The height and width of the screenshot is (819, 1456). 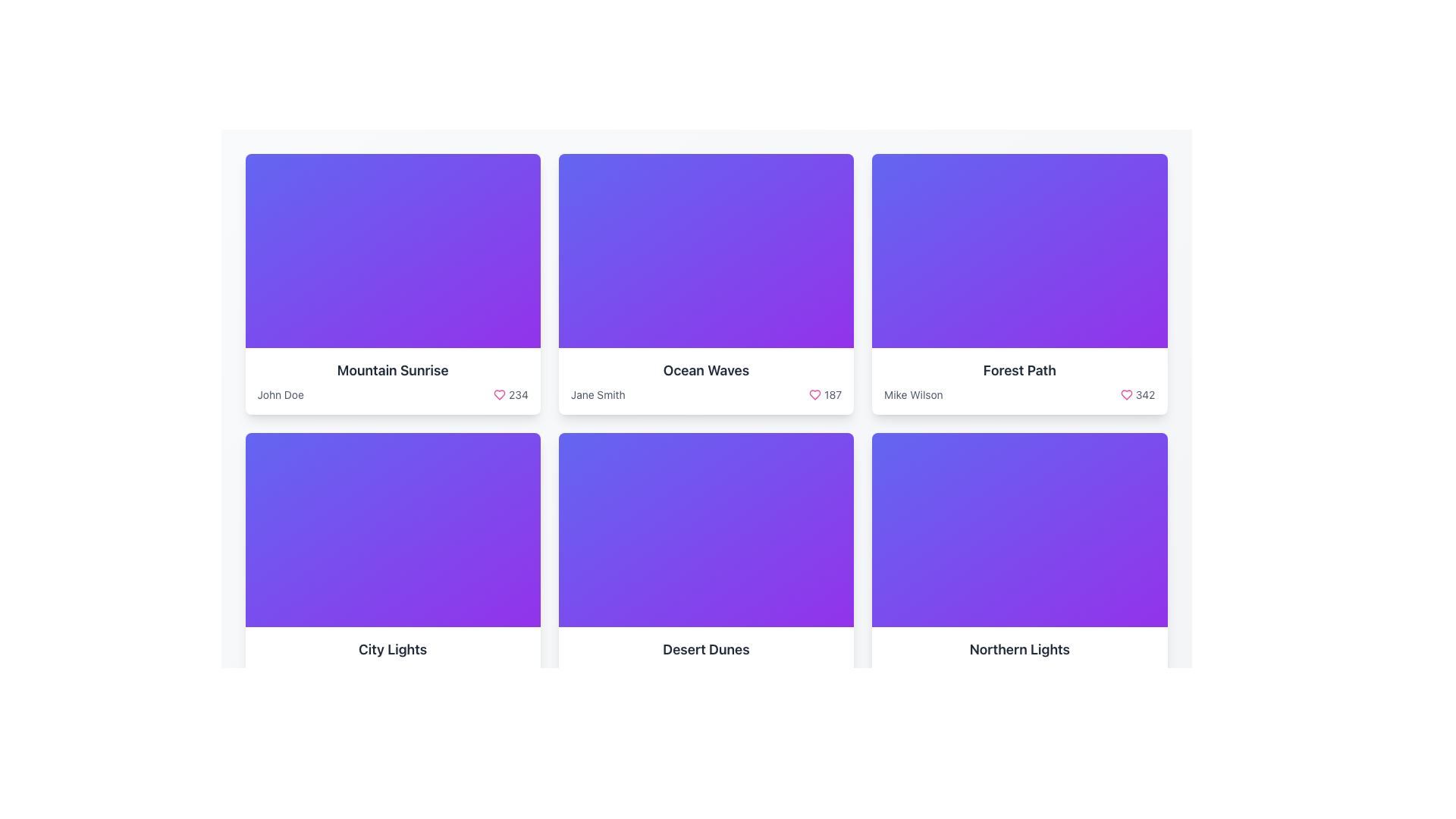 What do you see at coordinates (393, 250) in the screenshot?
I see `the image placeholder located in the top-left corner of the 'Mountain Sunrise' card` at bounding box center [393, 250].